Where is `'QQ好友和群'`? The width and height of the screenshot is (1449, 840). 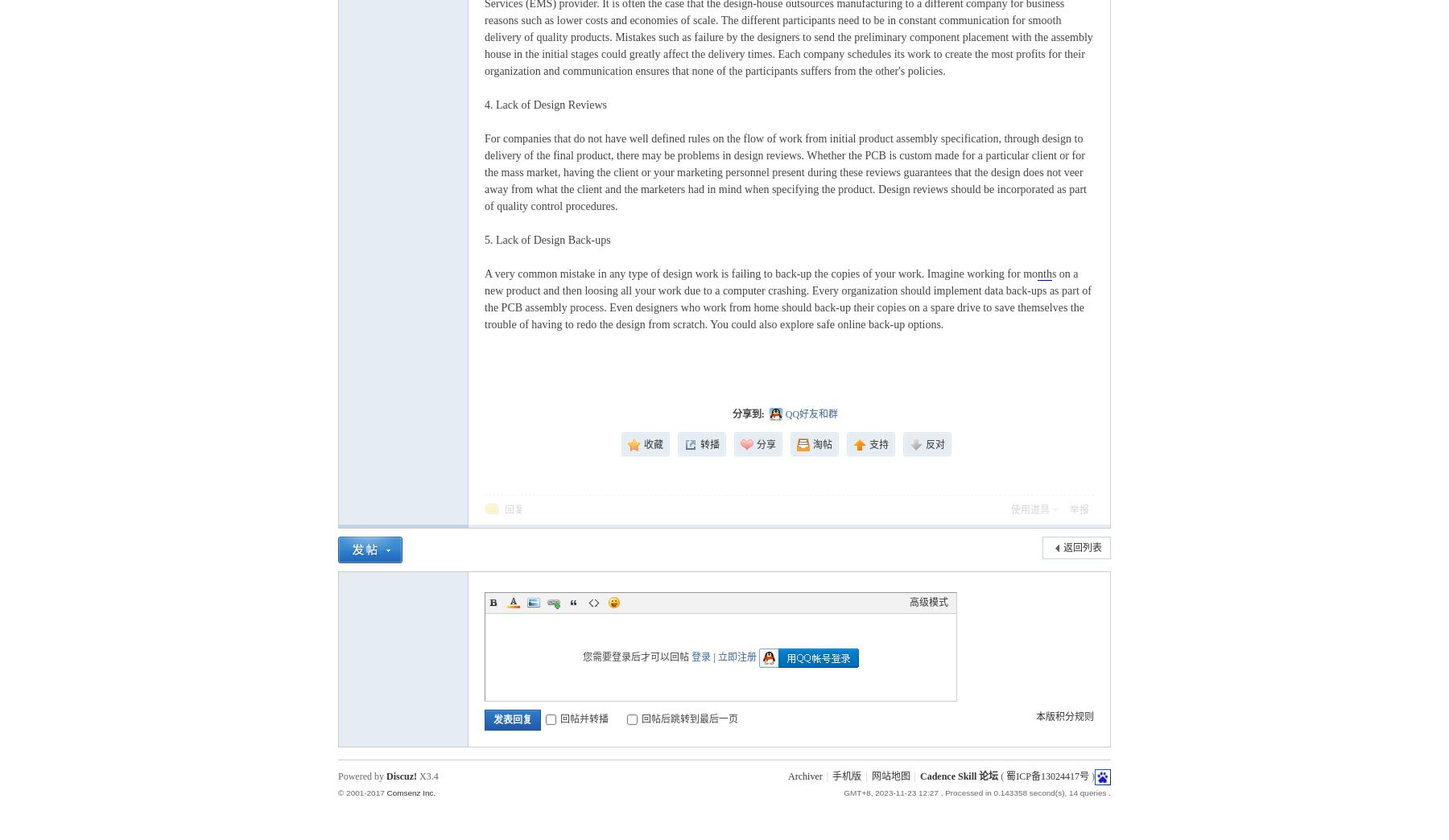
'QQ好友和群' is located at coordinates (811, 414).